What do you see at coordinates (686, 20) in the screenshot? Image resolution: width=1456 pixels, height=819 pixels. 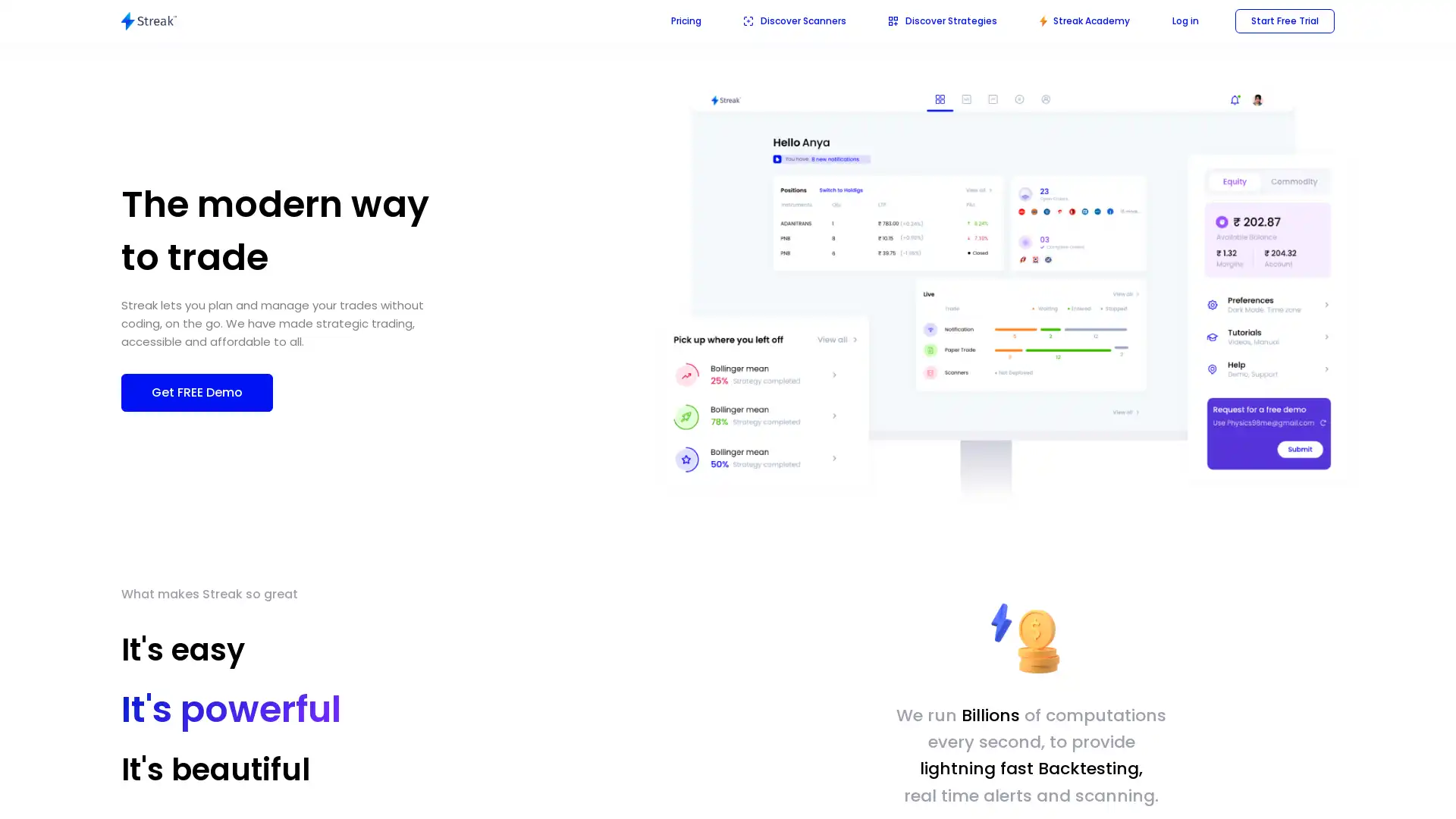 I see `Pricing` at bounding box center [686, 20].